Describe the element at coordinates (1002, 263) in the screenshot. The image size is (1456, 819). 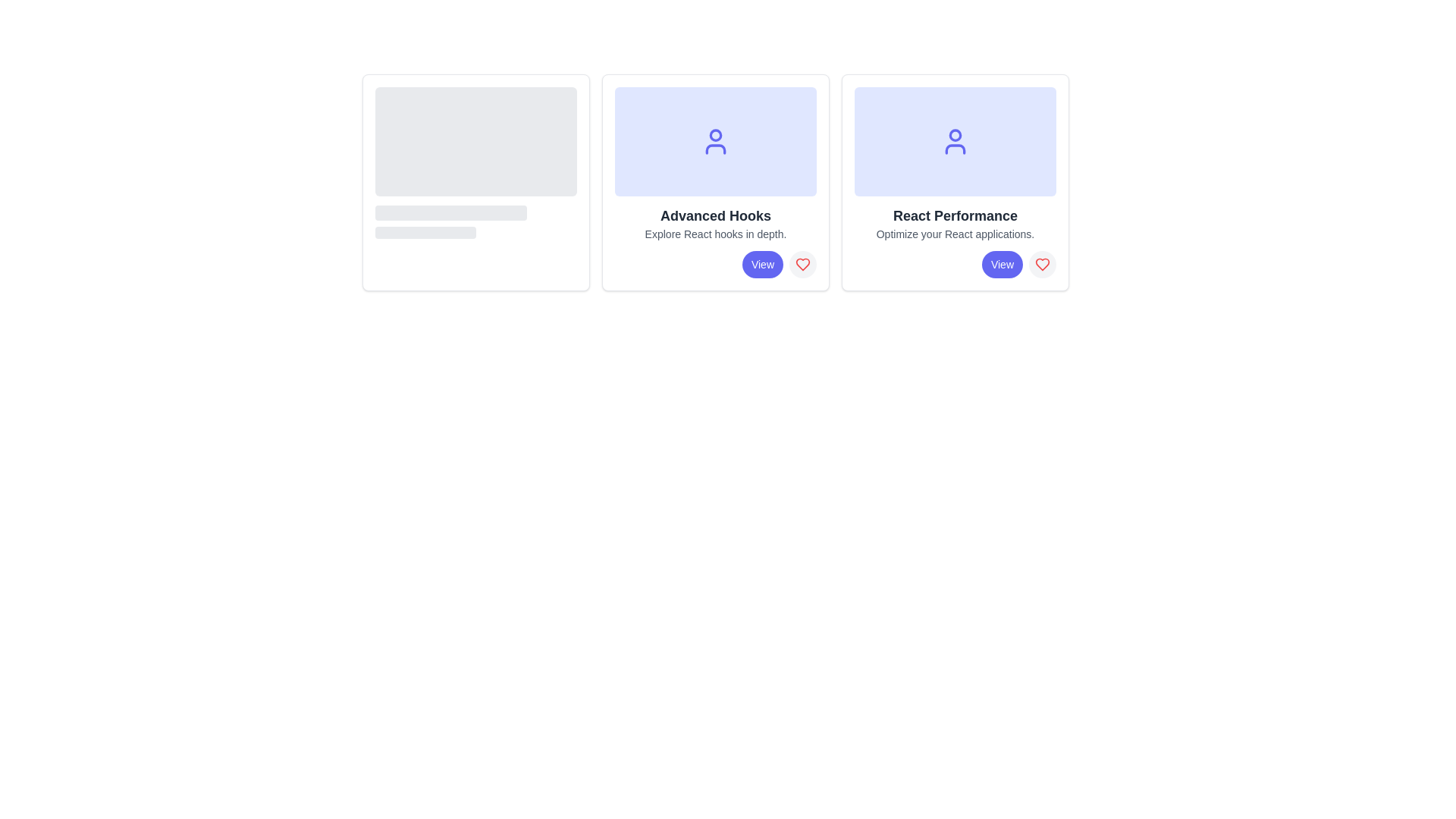
I see `the 'View' button located at the bottom right of the 'React Performance' card` at that location.